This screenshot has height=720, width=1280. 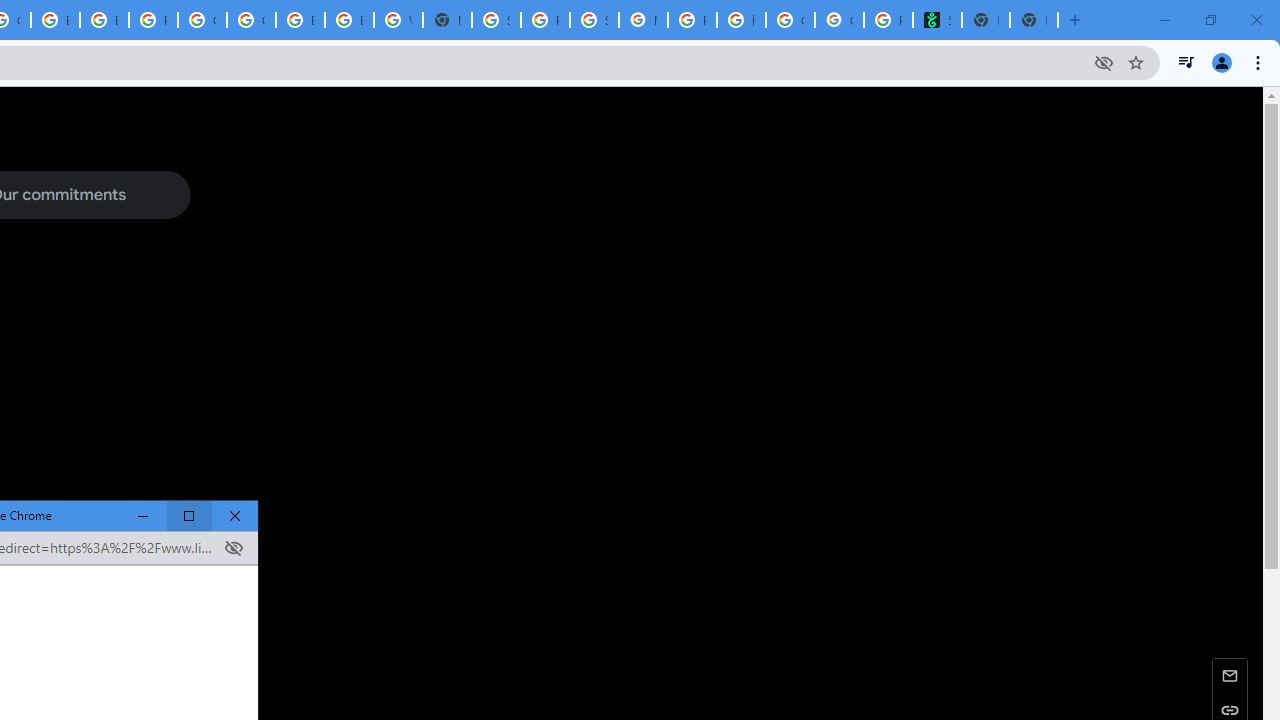 I want to click on 'Control your music, videos, and more', so click(x=1185, y=61).